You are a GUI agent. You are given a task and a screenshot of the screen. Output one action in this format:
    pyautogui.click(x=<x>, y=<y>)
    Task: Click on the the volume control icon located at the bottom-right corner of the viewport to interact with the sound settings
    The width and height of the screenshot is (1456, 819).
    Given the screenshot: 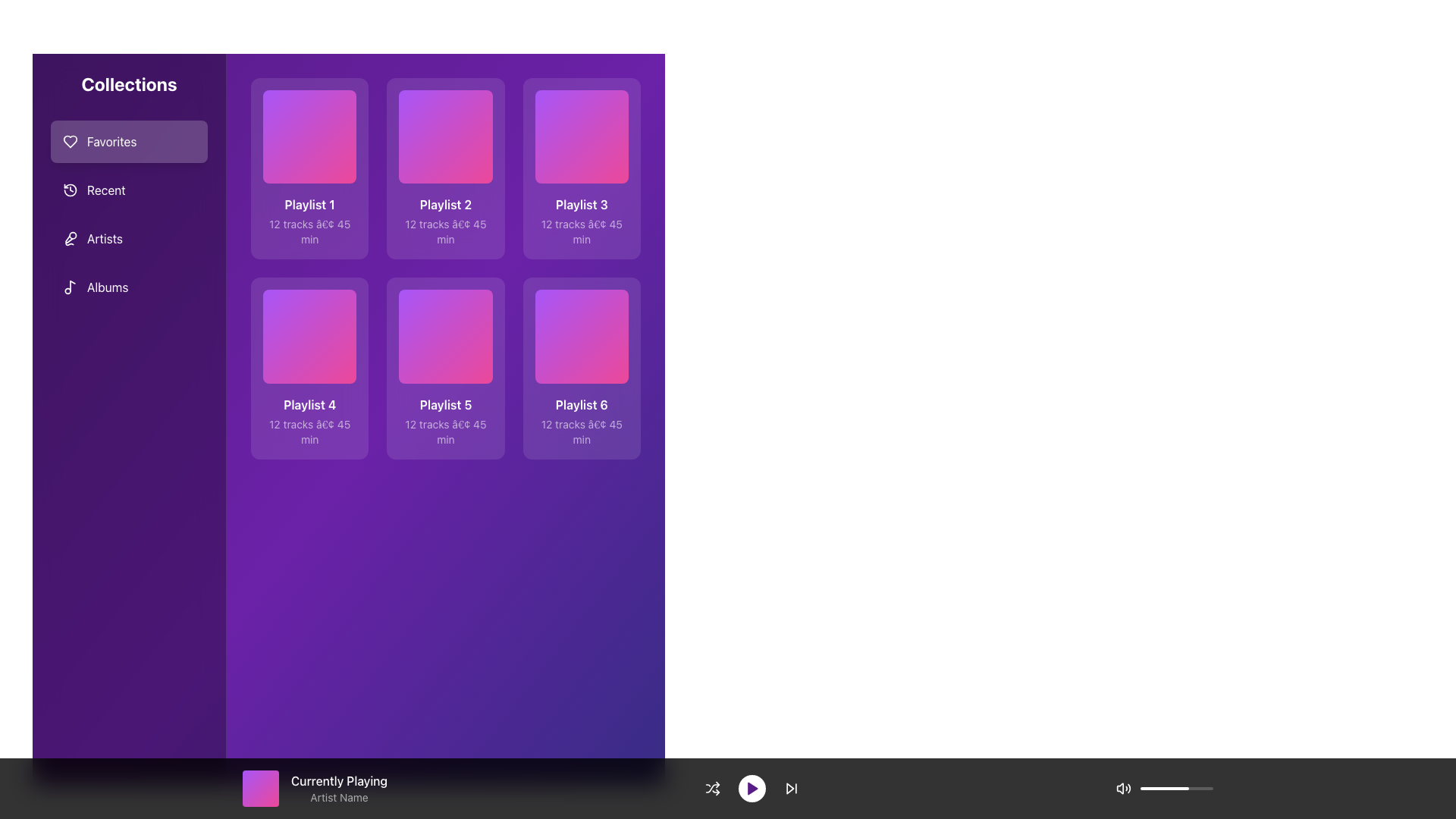 What is the action you would take?
    pyautogui.click(x=1124, y=788)
    